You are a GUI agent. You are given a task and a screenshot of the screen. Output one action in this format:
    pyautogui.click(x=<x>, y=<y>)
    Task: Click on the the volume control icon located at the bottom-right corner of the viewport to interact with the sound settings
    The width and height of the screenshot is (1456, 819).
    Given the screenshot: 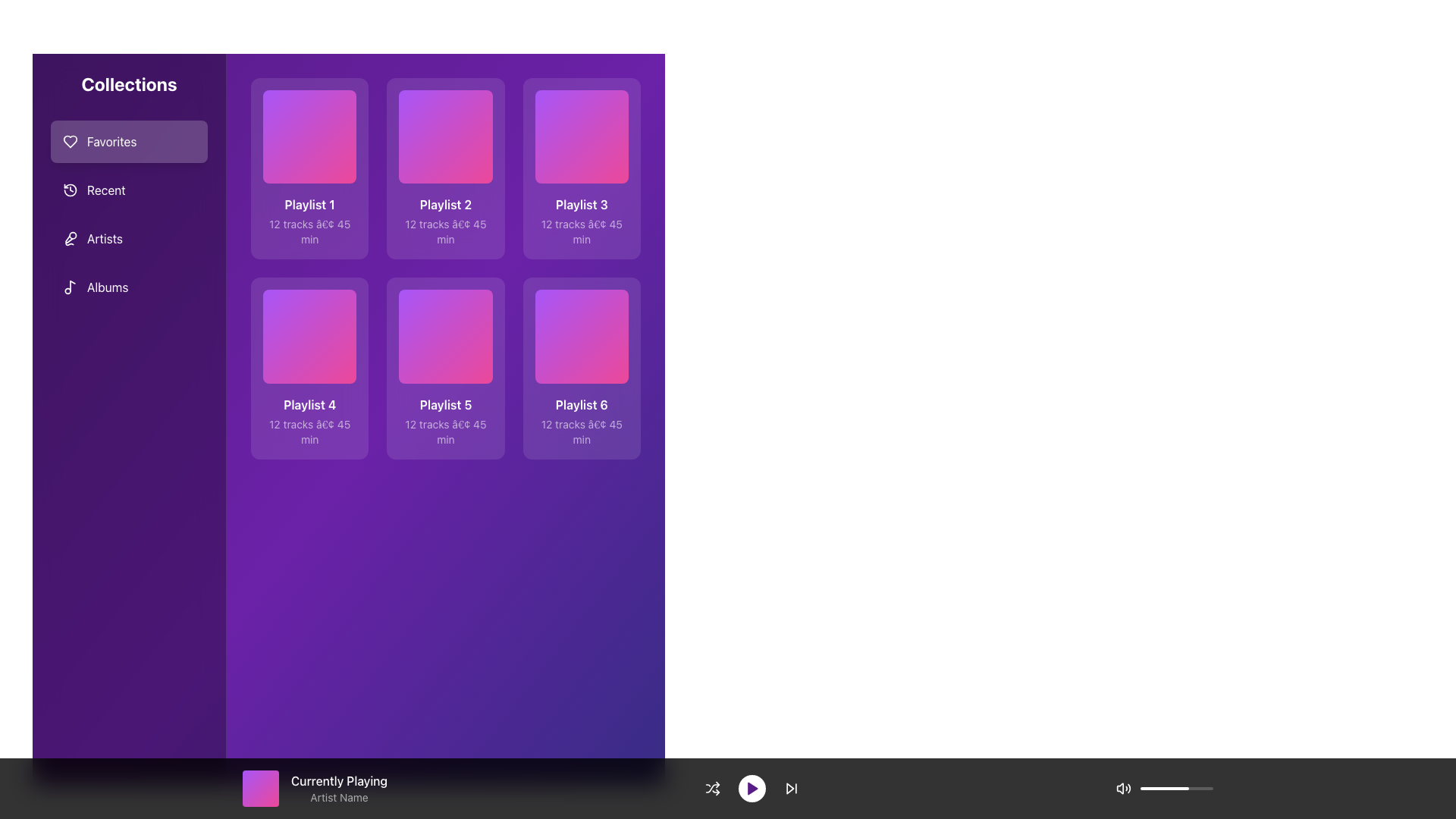 What is the action you would take?
    pyautogui.click(x=1124, y=788)
    